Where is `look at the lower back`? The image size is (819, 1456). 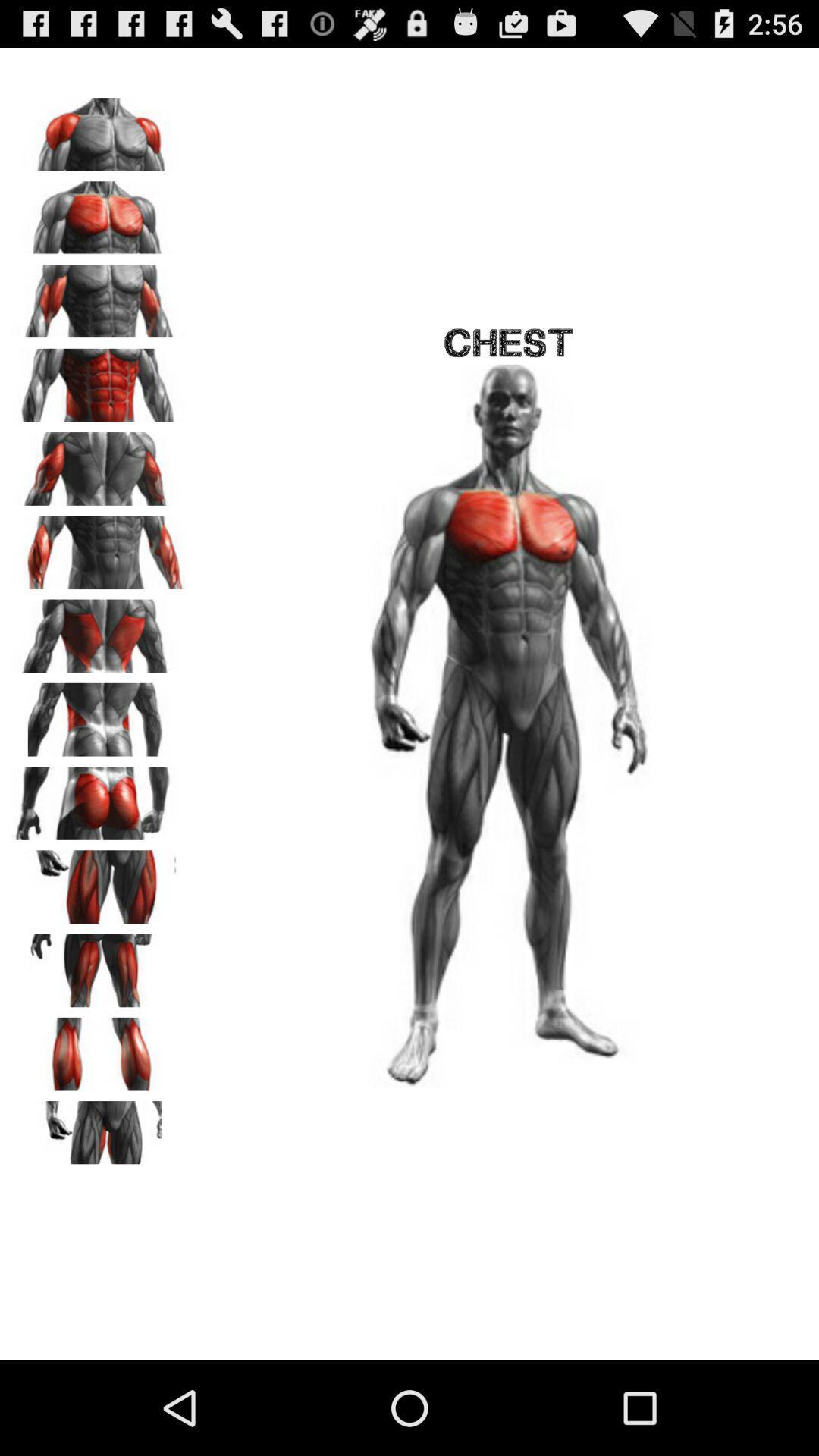
look at the lower back is located at coordinates (99, 714).